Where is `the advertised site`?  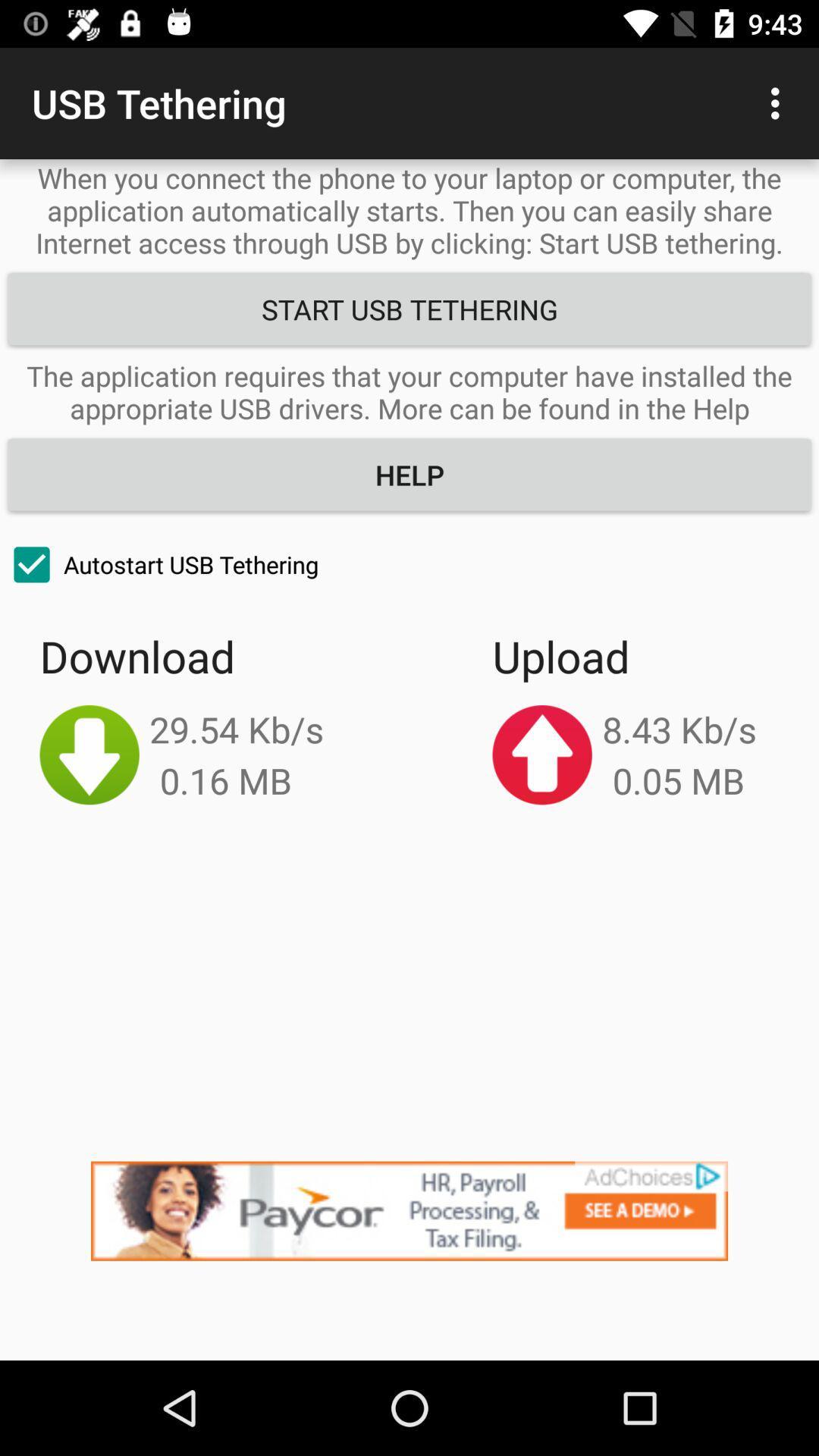
the advertised site is located at coordinates (409, 1260).